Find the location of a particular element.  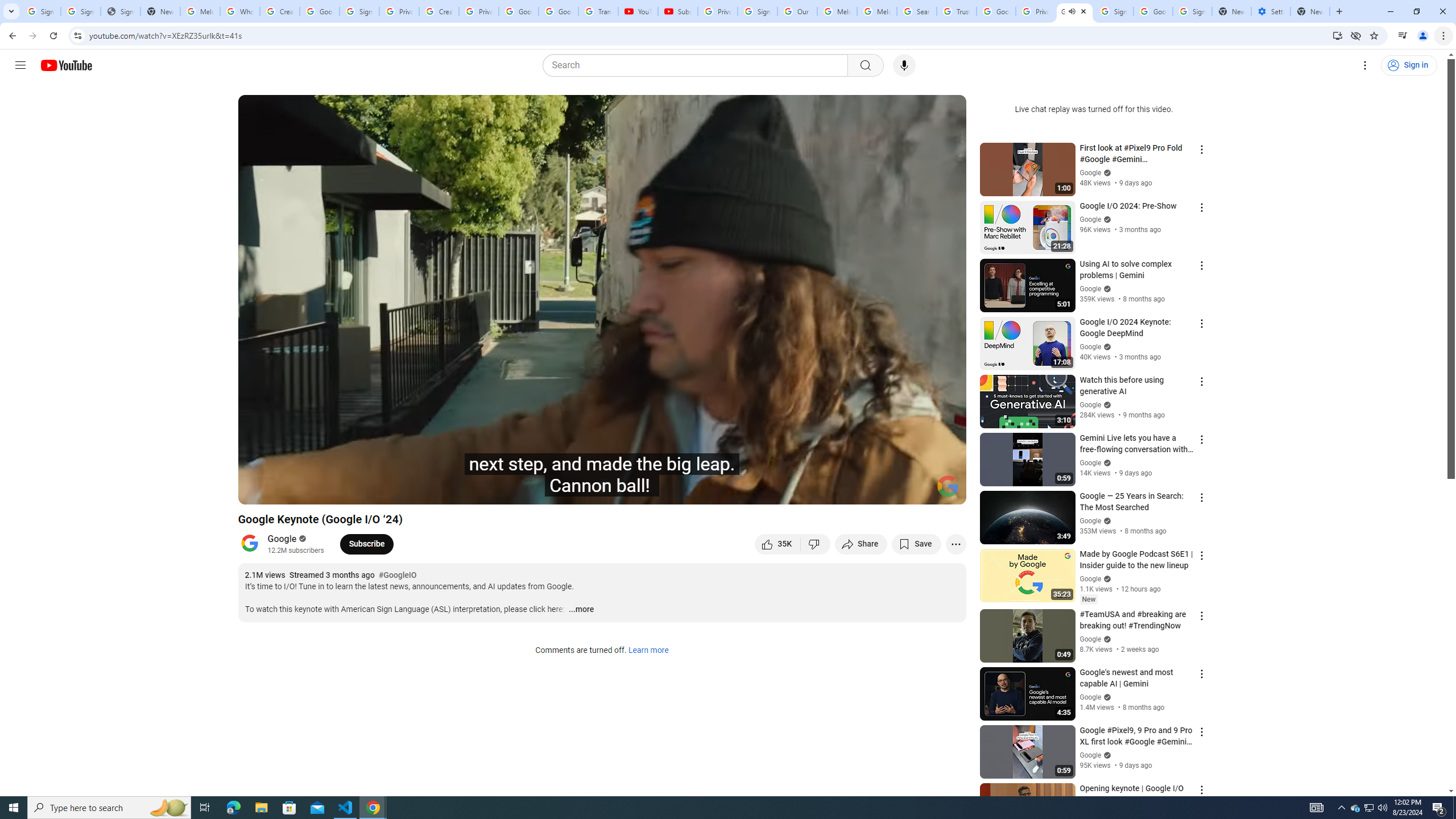

'Who is my administrator? - Google Account Help' is located at coordinates (239, 11).